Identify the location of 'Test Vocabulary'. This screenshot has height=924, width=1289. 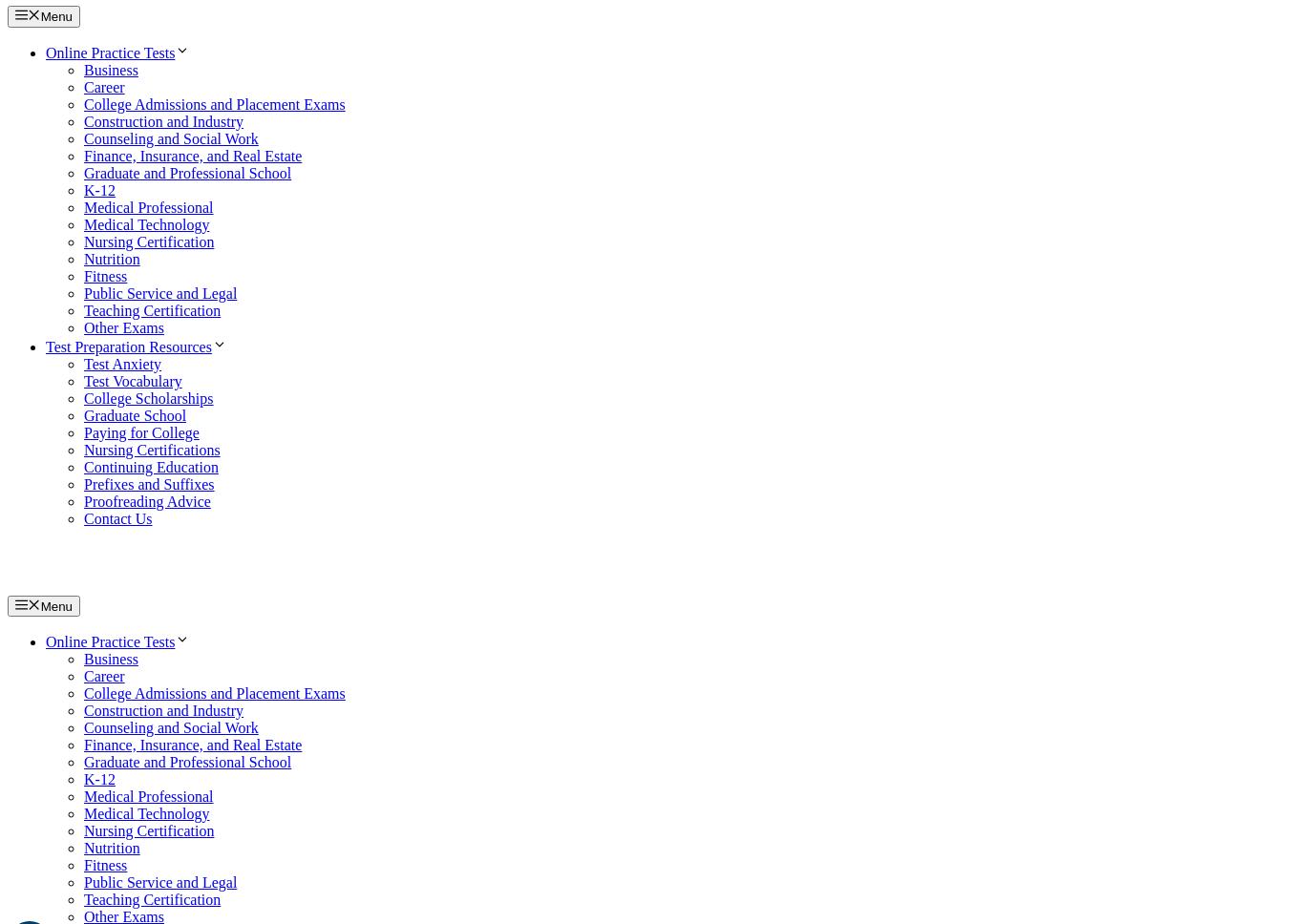
(133, 379).